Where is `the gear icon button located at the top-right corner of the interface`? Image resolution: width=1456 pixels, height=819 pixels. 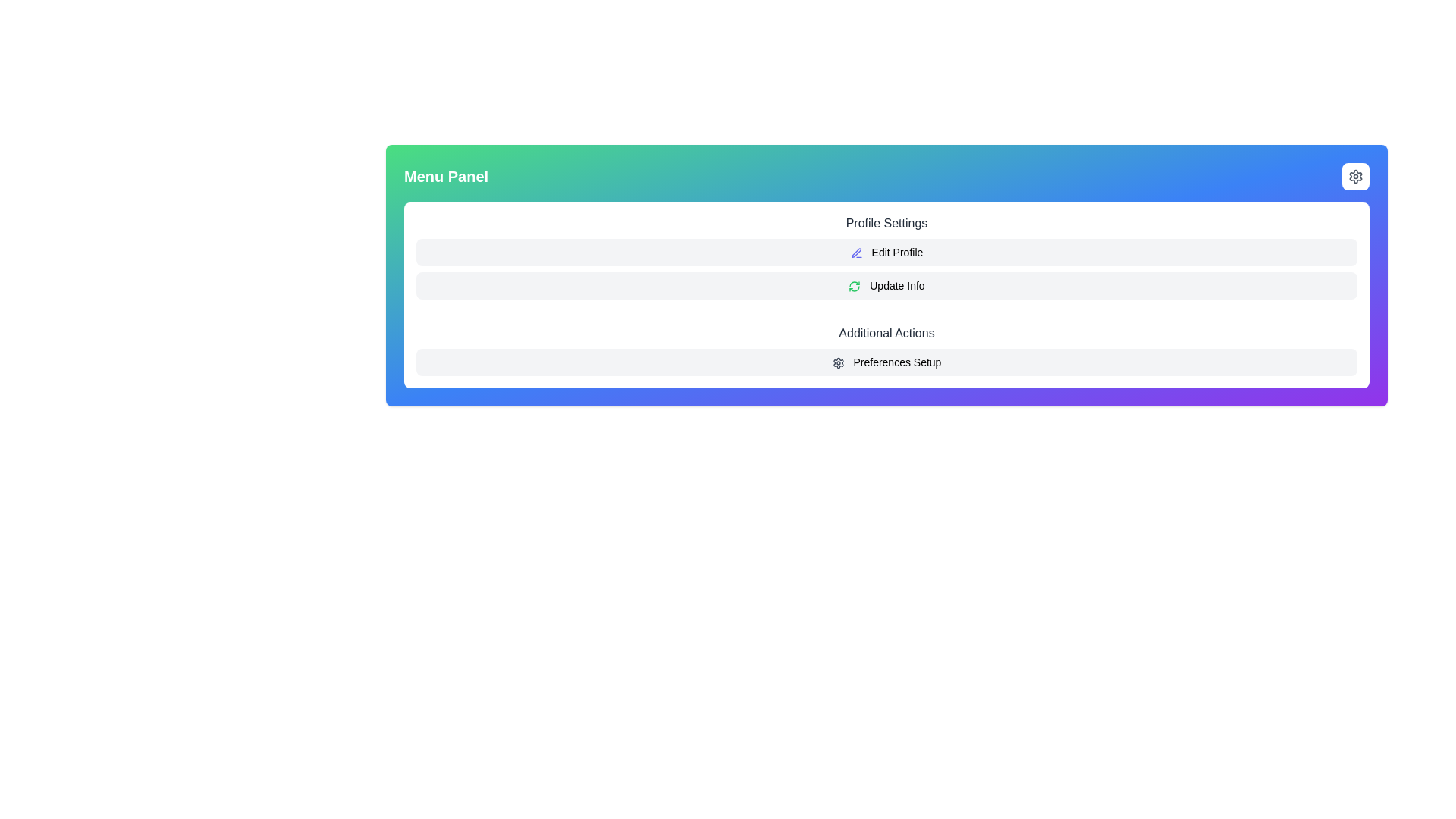 the gear icon button located at the top-right corner of the interface is located at coordinates (1356, 175).